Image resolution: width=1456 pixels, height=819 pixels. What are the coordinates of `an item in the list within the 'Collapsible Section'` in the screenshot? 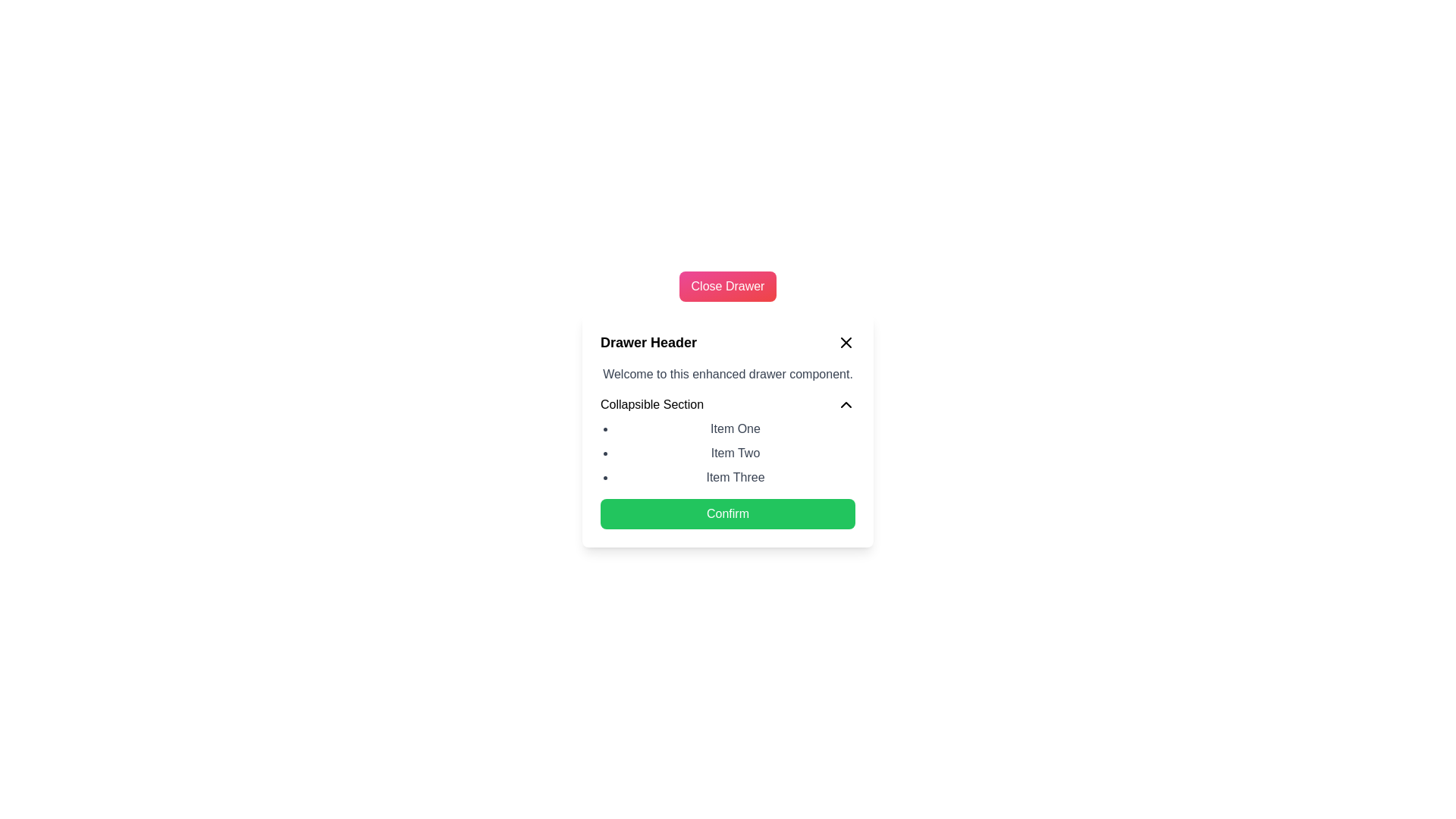 It's located at (728, 430).